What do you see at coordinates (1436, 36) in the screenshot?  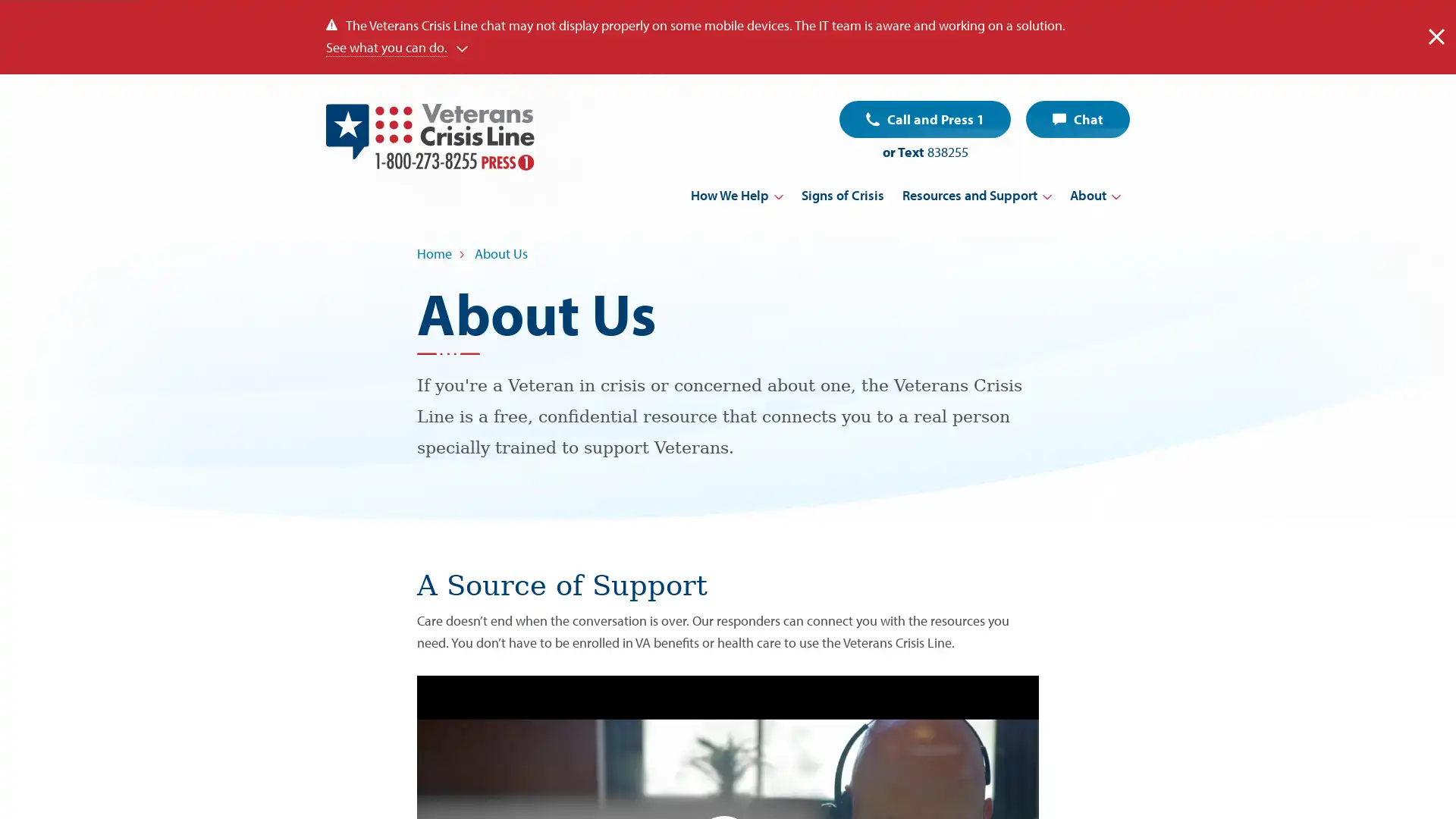 I see `Close Banner` at bounding box center [1436, 36].